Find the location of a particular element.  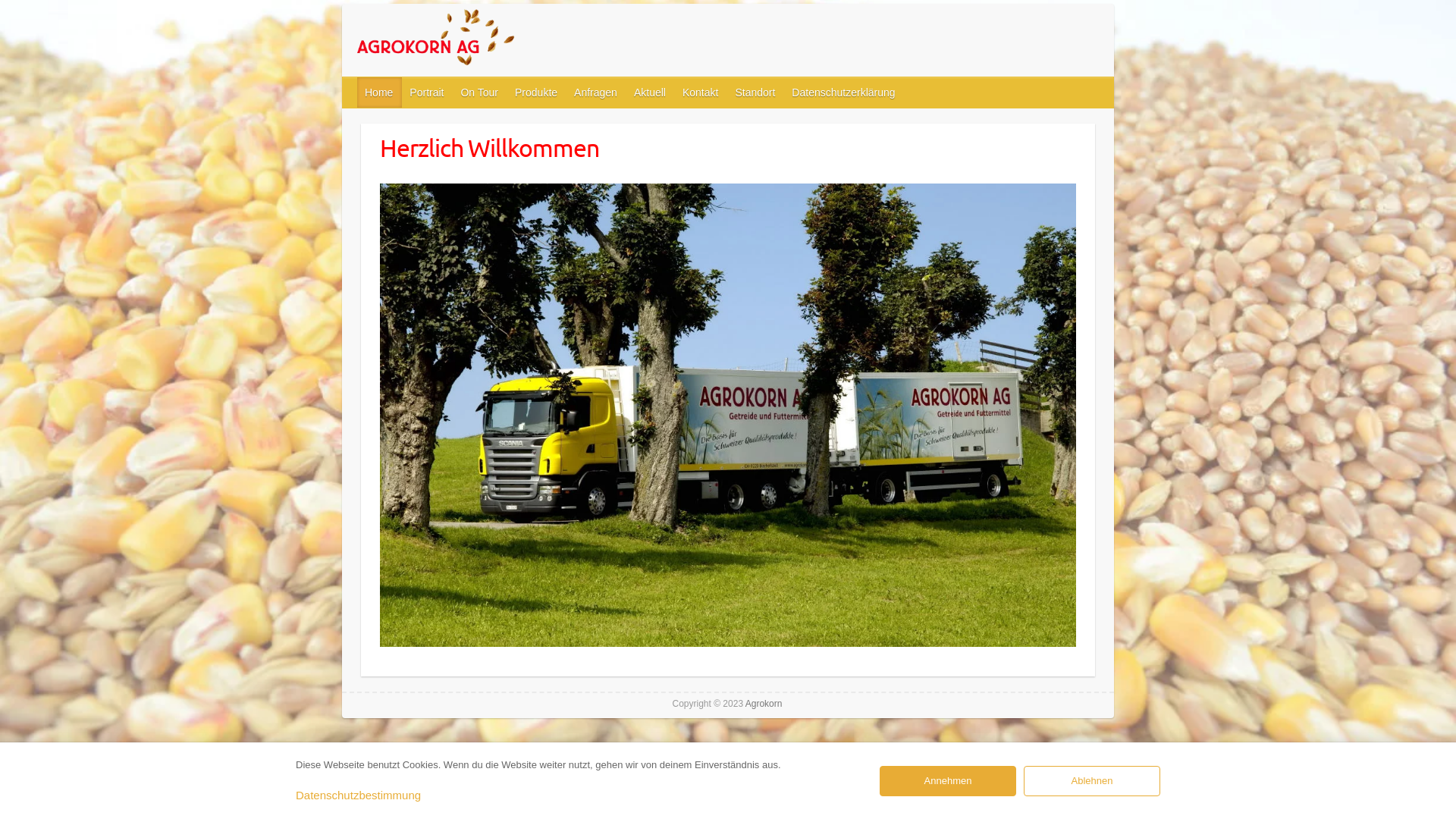

'On Tour' is located at coordinates (479, 93).